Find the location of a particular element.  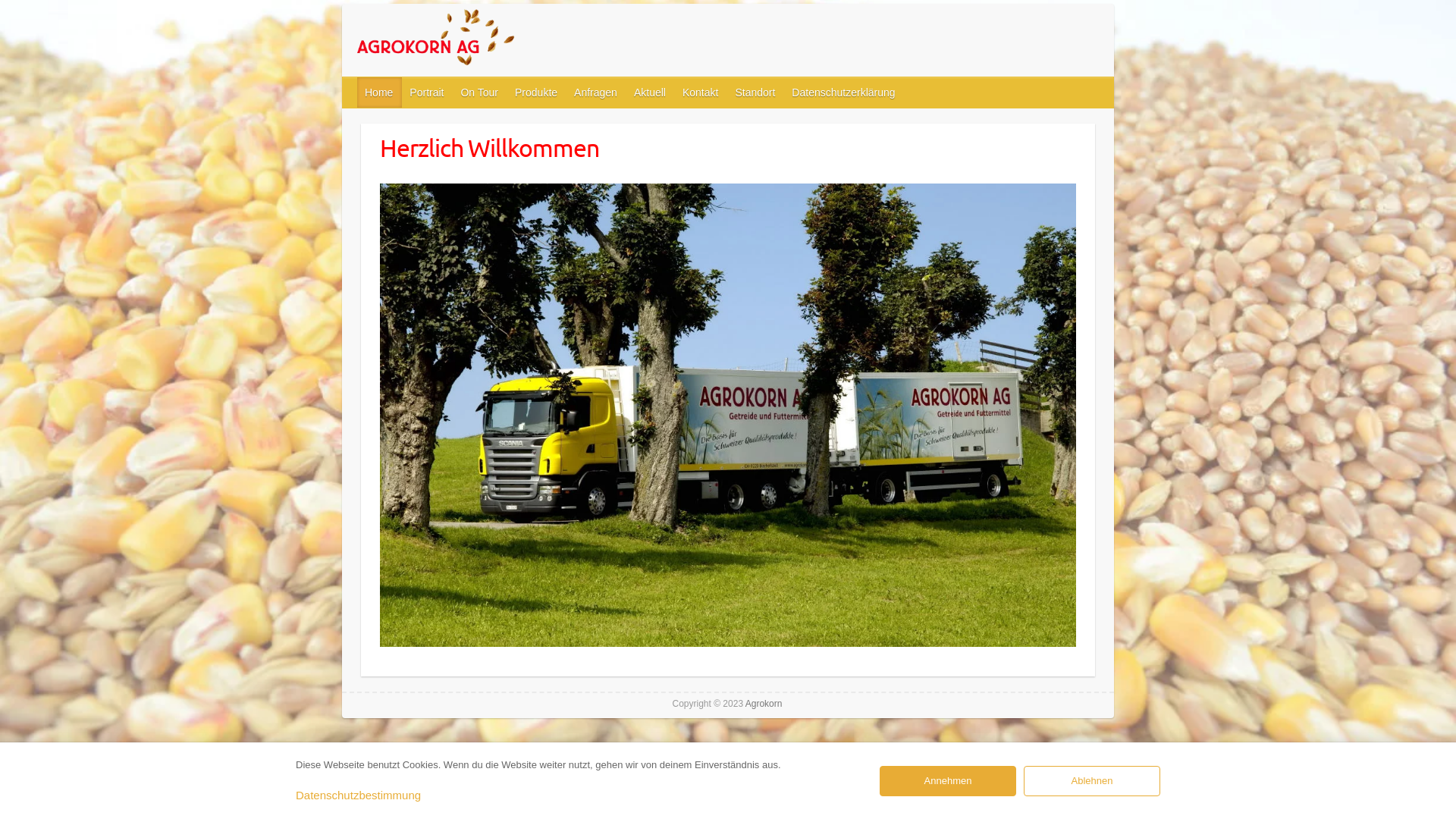

'On Tour' is located at coordinates (479, 93).